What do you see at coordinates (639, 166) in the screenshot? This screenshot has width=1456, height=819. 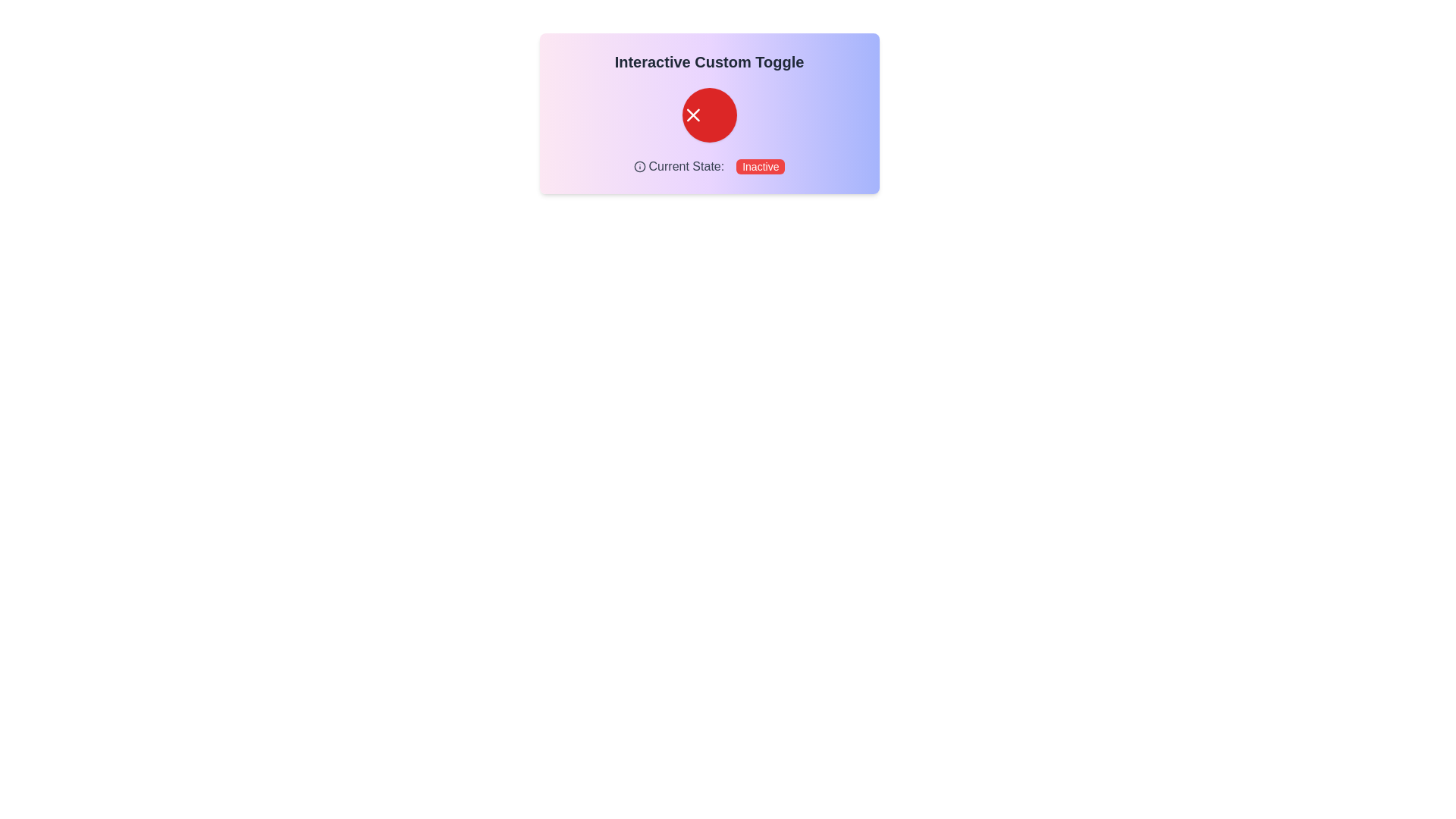 I see `the circular 'info' icon element within the SVG, which has a stroke and no fill, representing information or help` at bounding box center [639, 166].